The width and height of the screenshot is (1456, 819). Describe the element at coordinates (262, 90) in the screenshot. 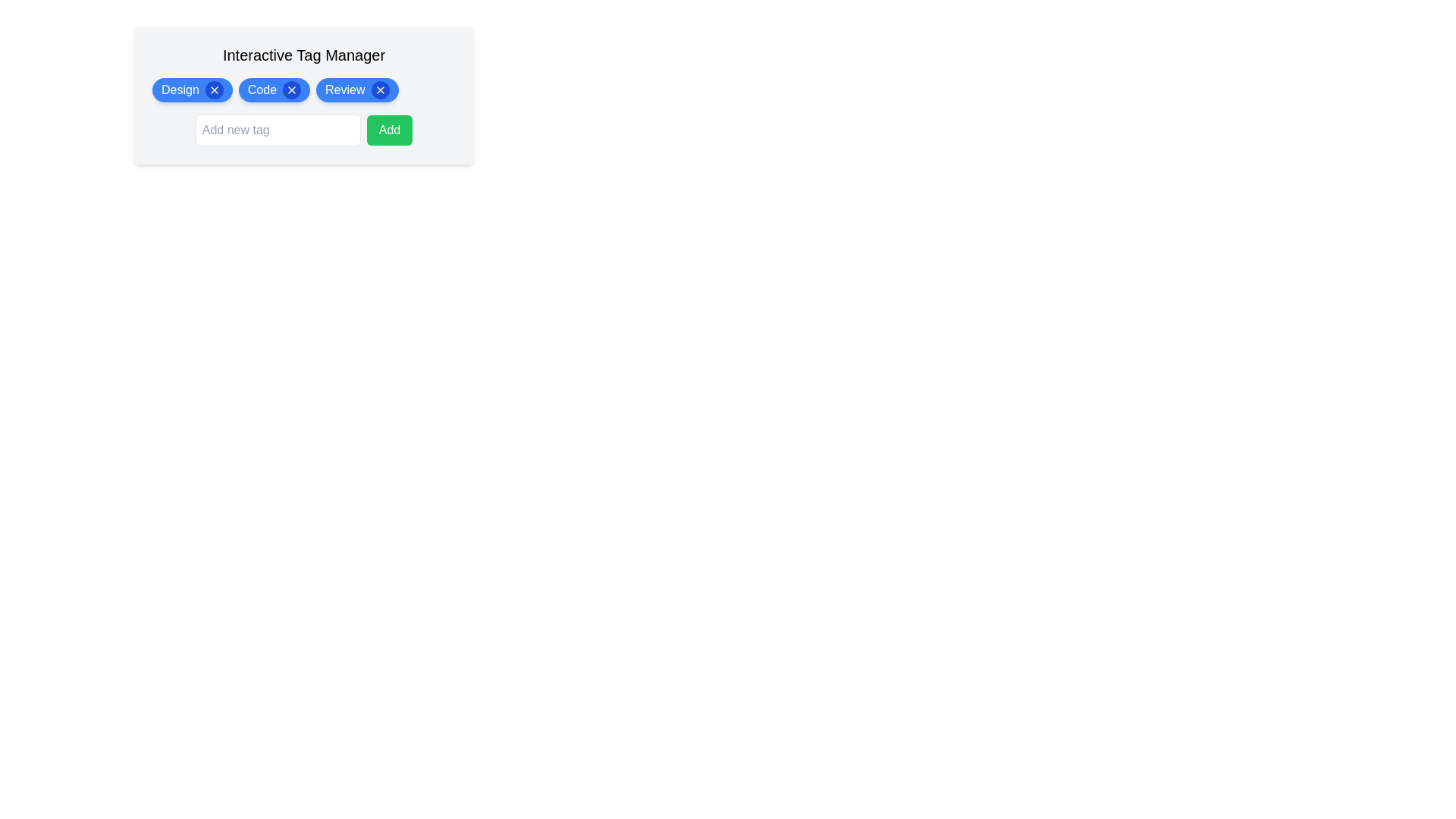

I see `the 'Code' label, which is styled in white text on a blue circular rectangle background` at that location.